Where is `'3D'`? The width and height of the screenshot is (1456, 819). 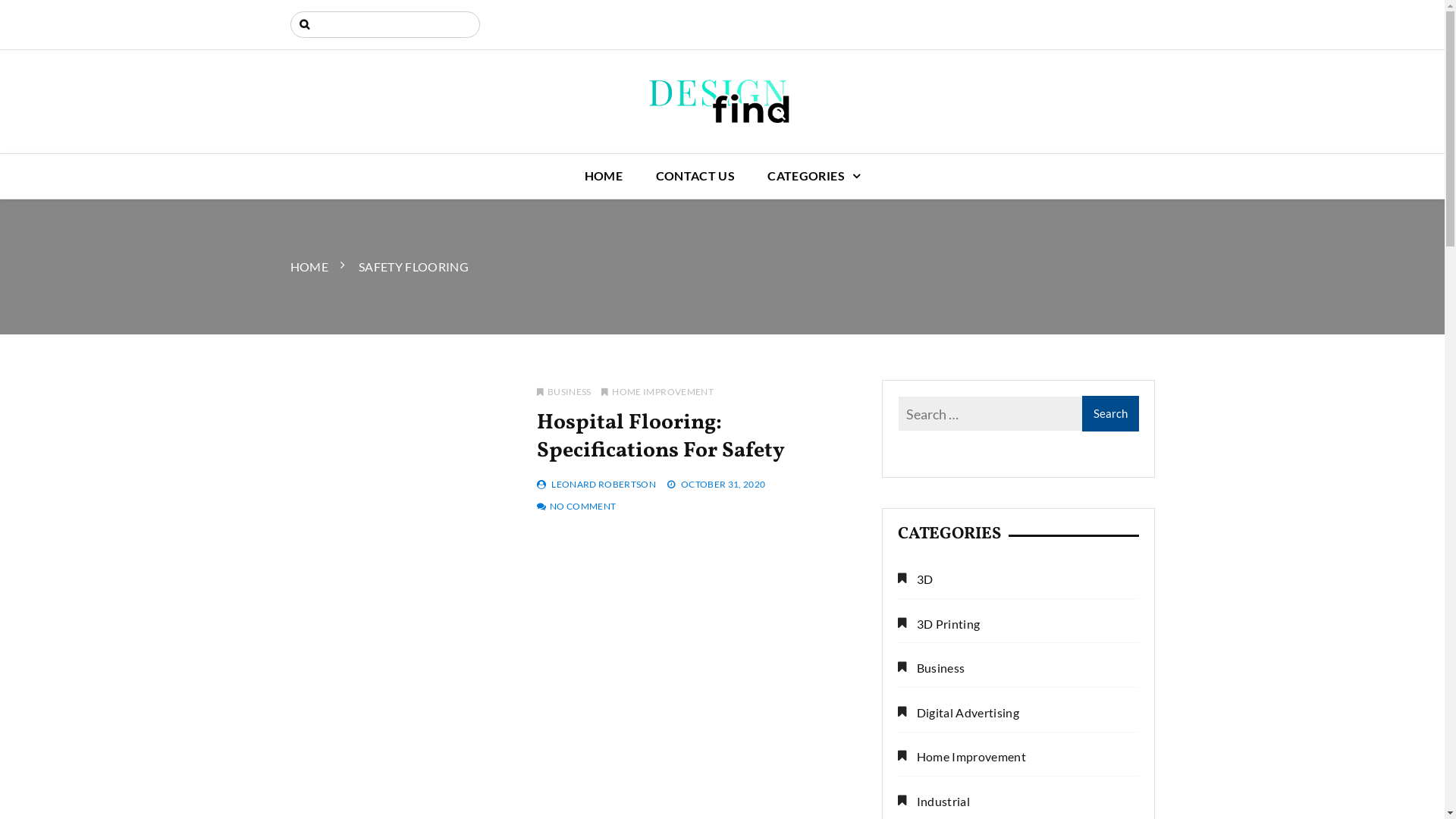
'3D' is located at coordinates (915, 579).